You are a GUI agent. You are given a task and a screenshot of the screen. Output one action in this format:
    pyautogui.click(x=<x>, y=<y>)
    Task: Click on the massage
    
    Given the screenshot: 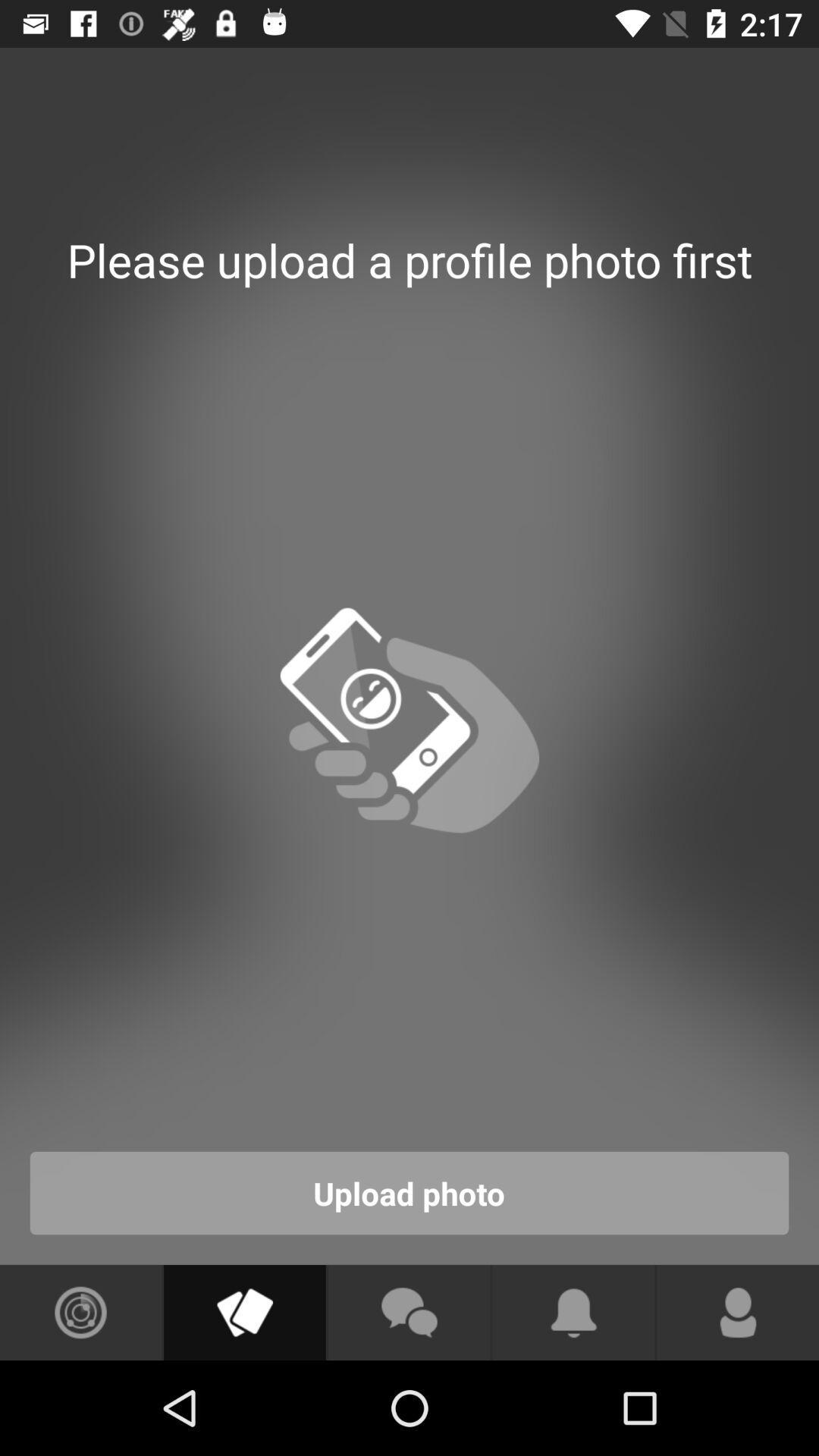 What is the action you would take?
    pyautogui.click(x=408, y=1312)
    